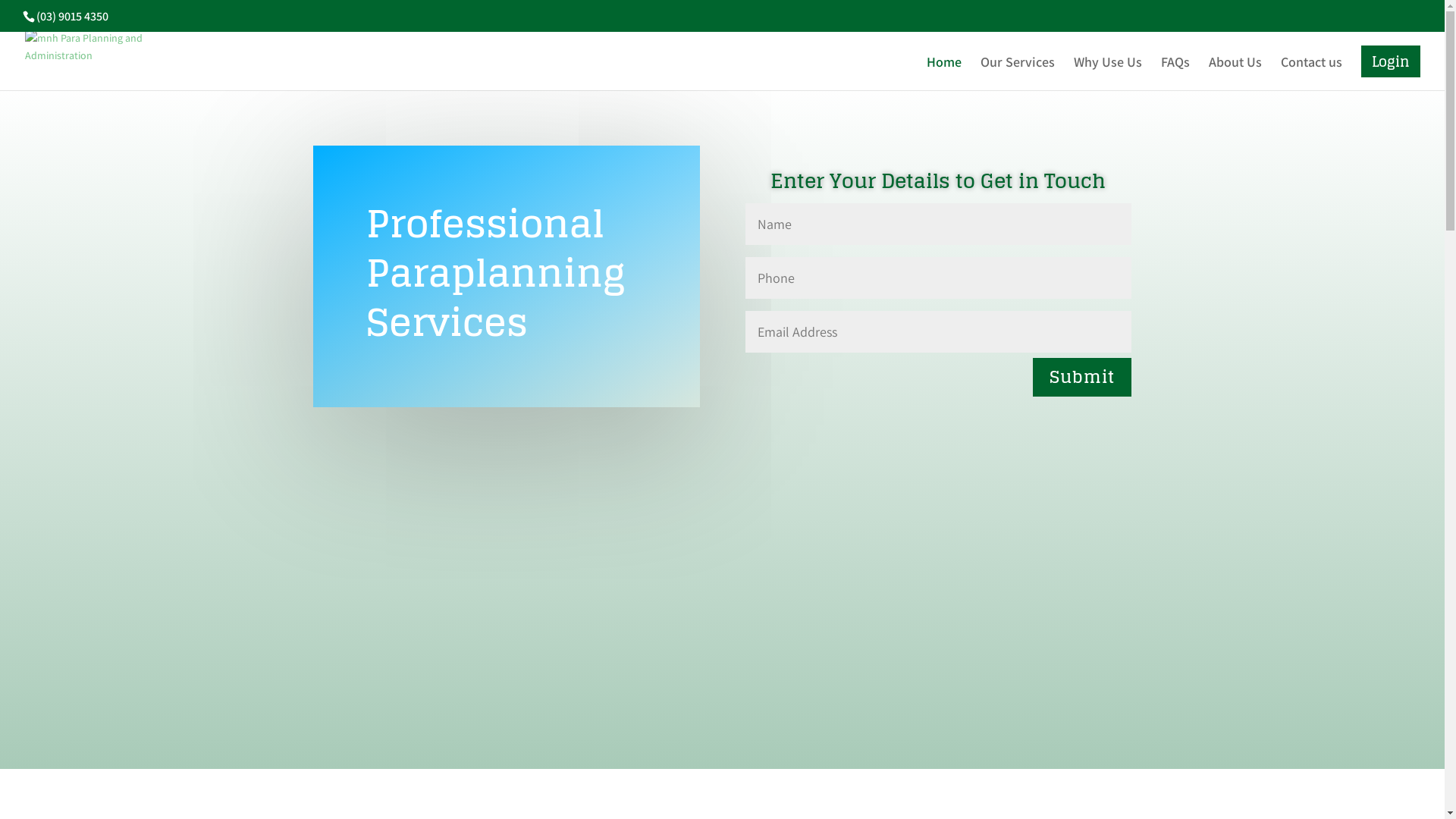 This screenshot has width=1456, height=819. Describe the element at coordinates (980, 73) in the screenshot. I see `'Our Services'` at that location.